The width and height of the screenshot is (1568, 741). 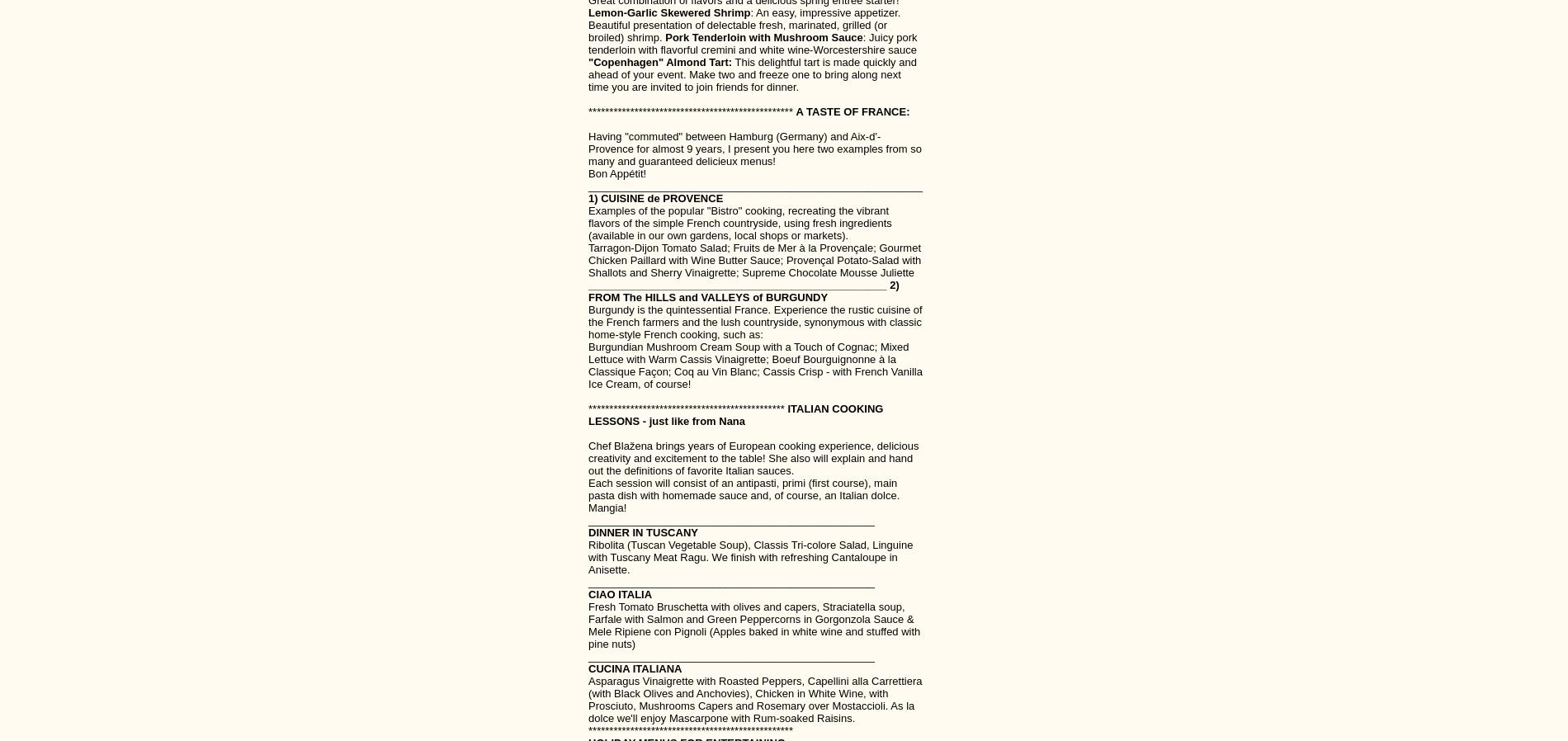 What do you see at coordinates (754, 365) in the screenshot?
I see `'Burgundian Mushroom Cream Soup with a Touch of Cognac; Mixed Lettuce with Warm Cassis Vinaigrette; Boeuf Bourguignonne à la Classique Façon; Coq au Vin Blanc; Cassis Crisp - with French Vanilla Ice Cream, of course!'` at bounding box center [754, 365].